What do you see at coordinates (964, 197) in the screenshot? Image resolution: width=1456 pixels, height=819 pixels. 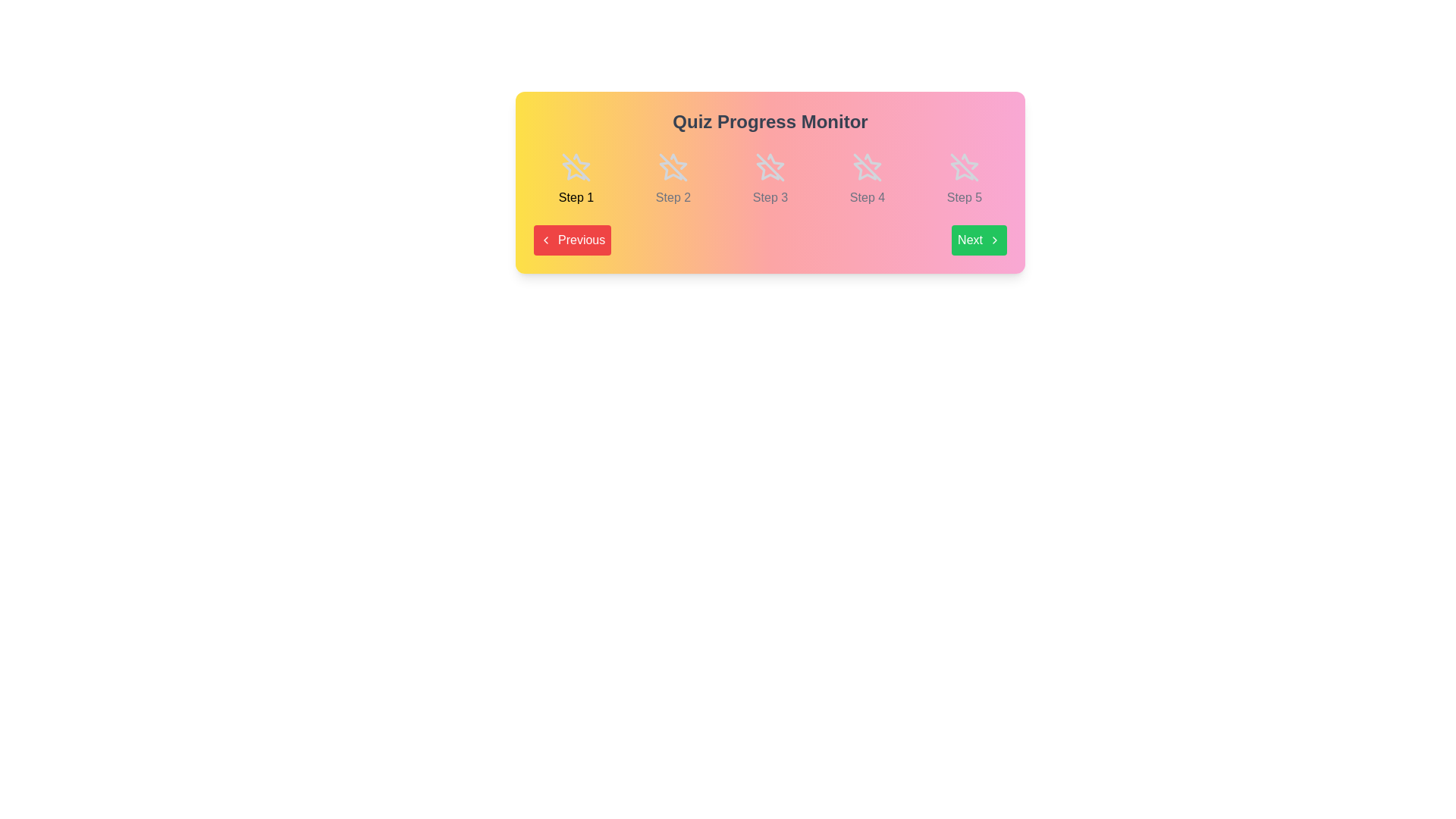 I see `text content of the 'Step 5' text label, which is styled with a light gray color and modest font size, located under the progress marker icon` at bounding box center [964, 197].